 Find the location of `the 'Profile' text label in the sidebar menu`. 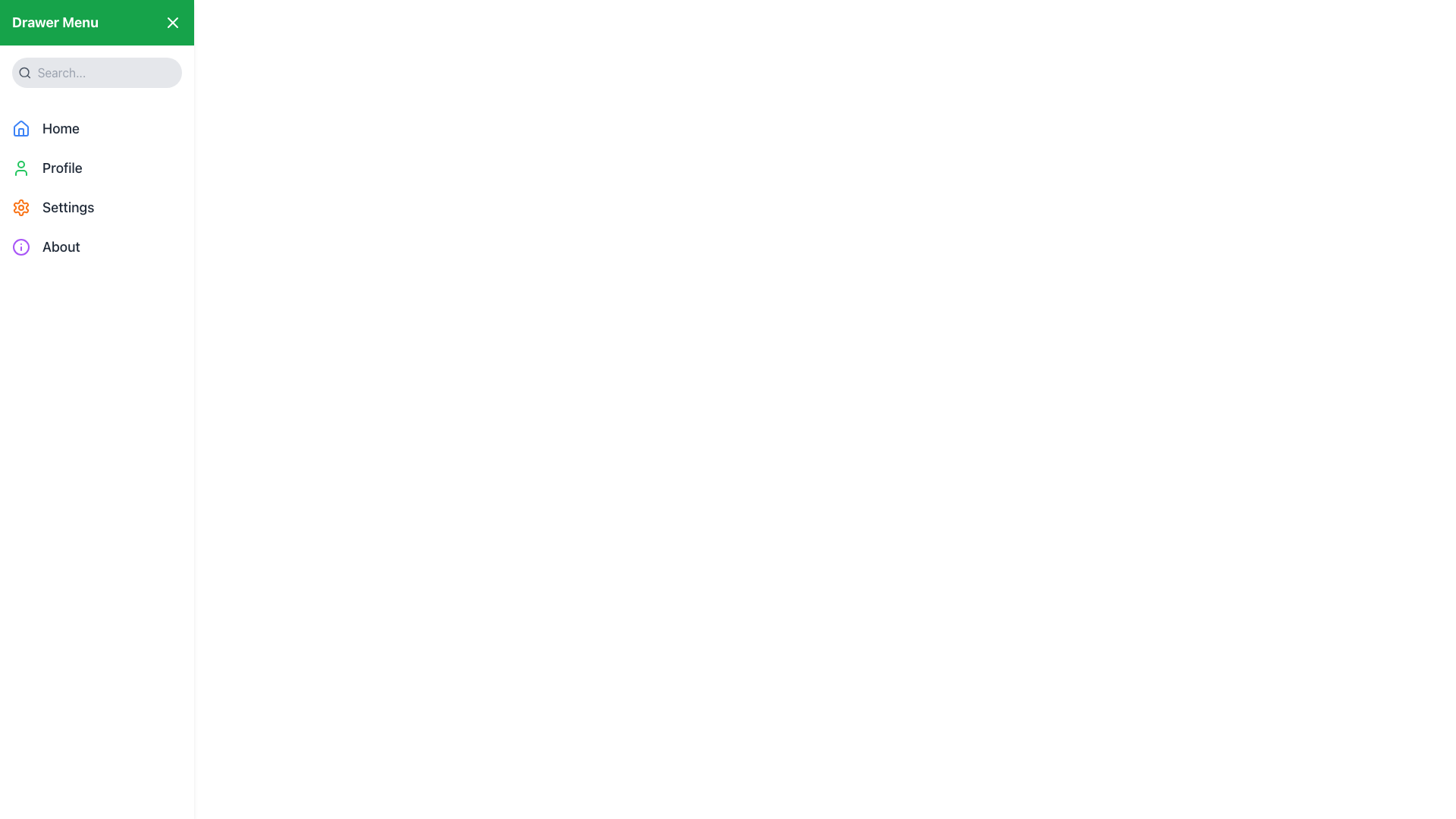

the 'Profile' text label in the sidebar menu is located at coordinates (61, 168).